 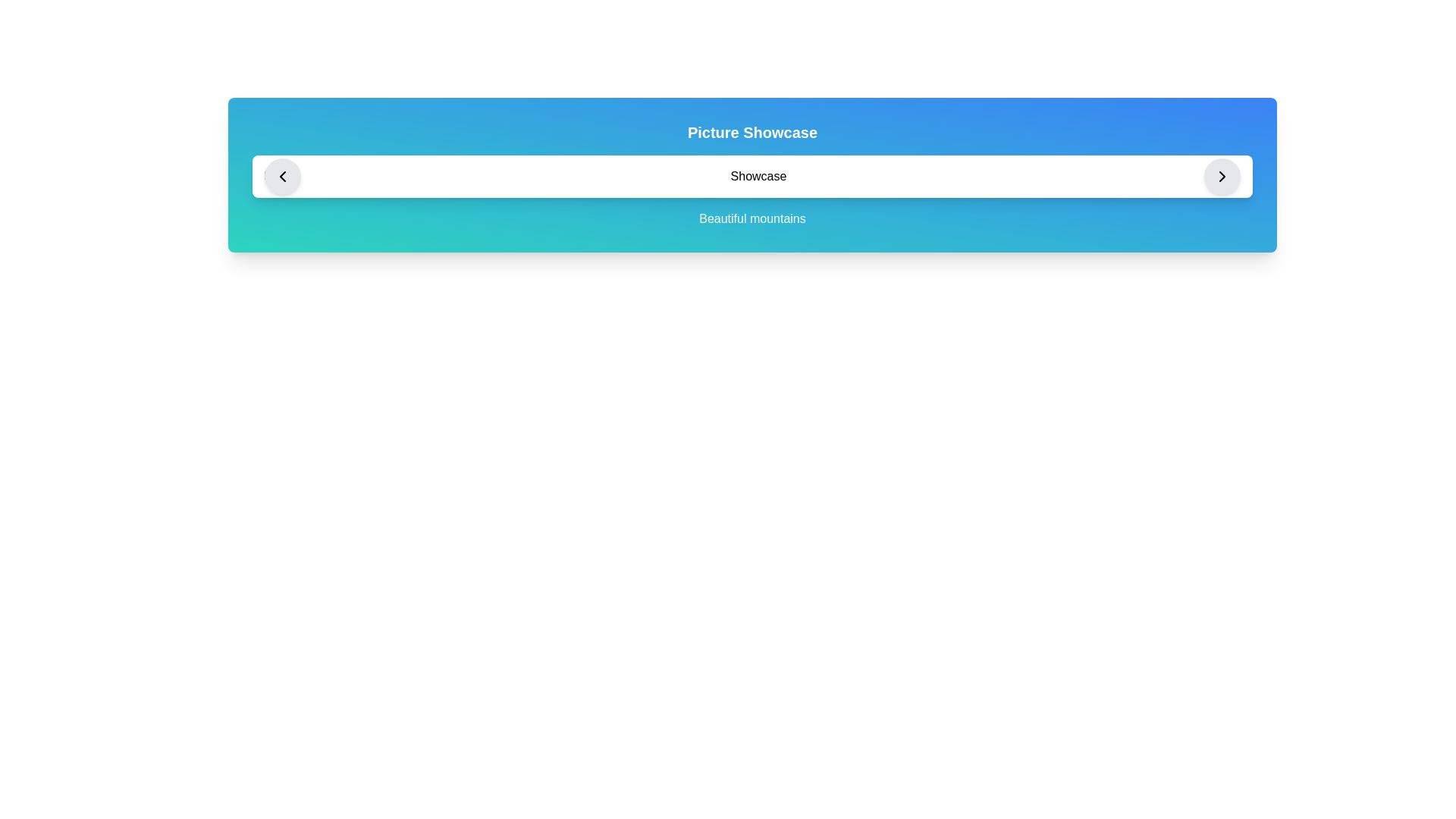 I want to click on text displayed in the text label showing 'Beautiful mountains', which is styled with a white font color against a blue-to-teal gradient background, so click(x=752, y=219).